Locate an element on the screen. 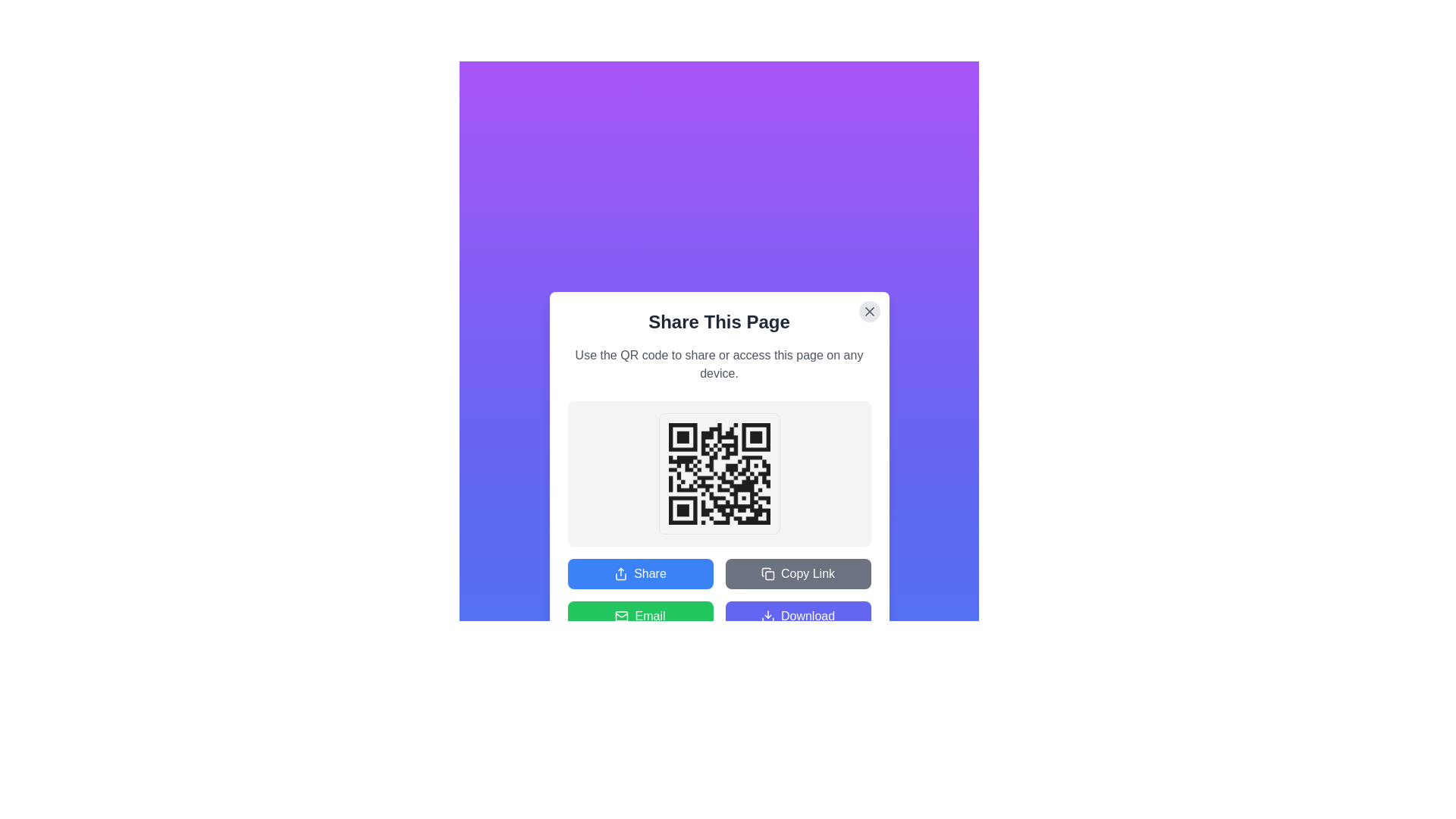 This screenshot has width=1456, height=819. informative guidance text element located beneath the 'Share This Page' heading in the modal box, which precedes the QR code section is located at coordinates (718, 365).